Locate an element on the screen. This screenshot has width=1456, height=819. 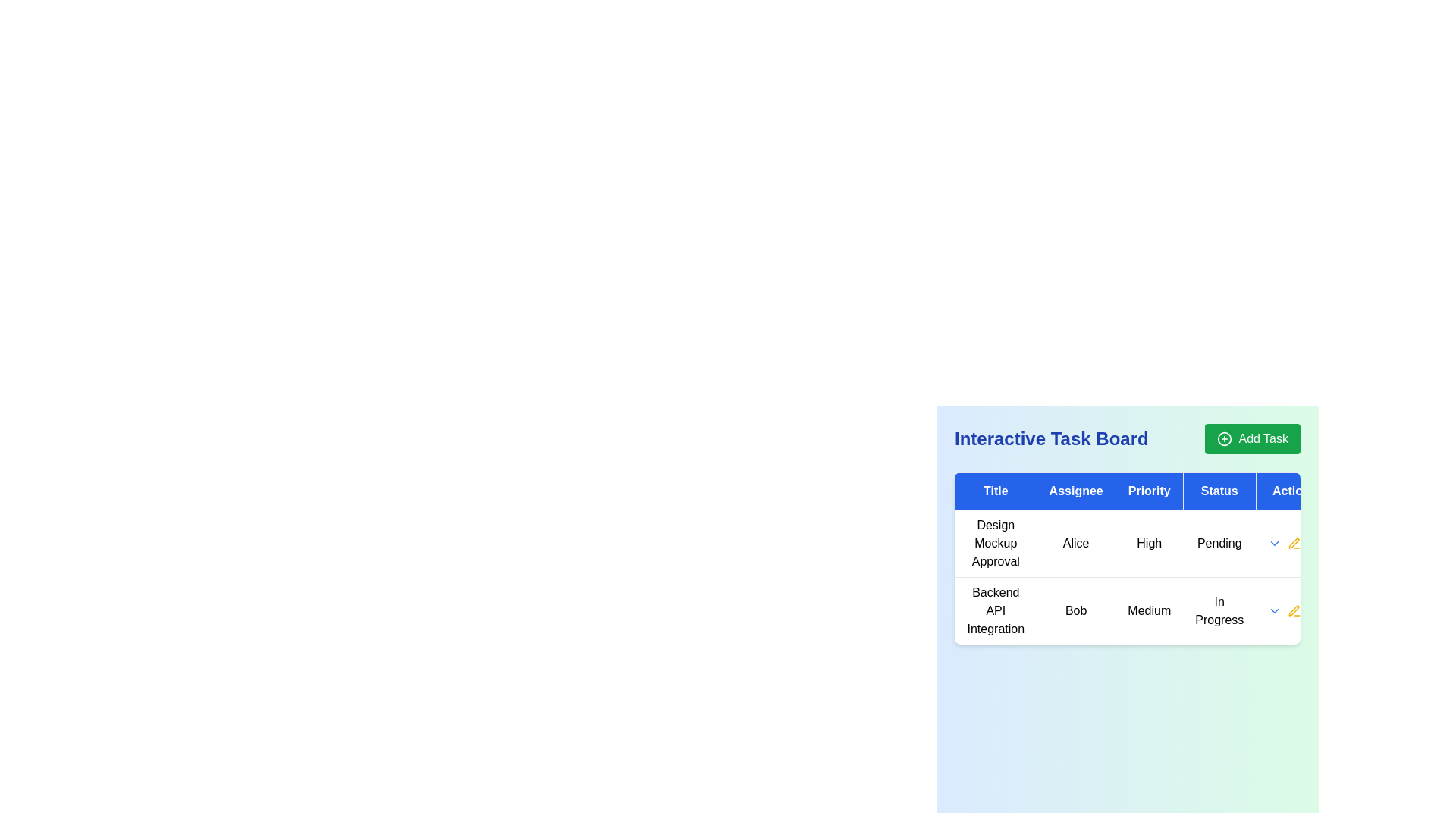
the 'Status' text label in the second row of the 'Interactive Task Board', which indicates the current status of the corresponding task is located at coordinates (1219, 610).